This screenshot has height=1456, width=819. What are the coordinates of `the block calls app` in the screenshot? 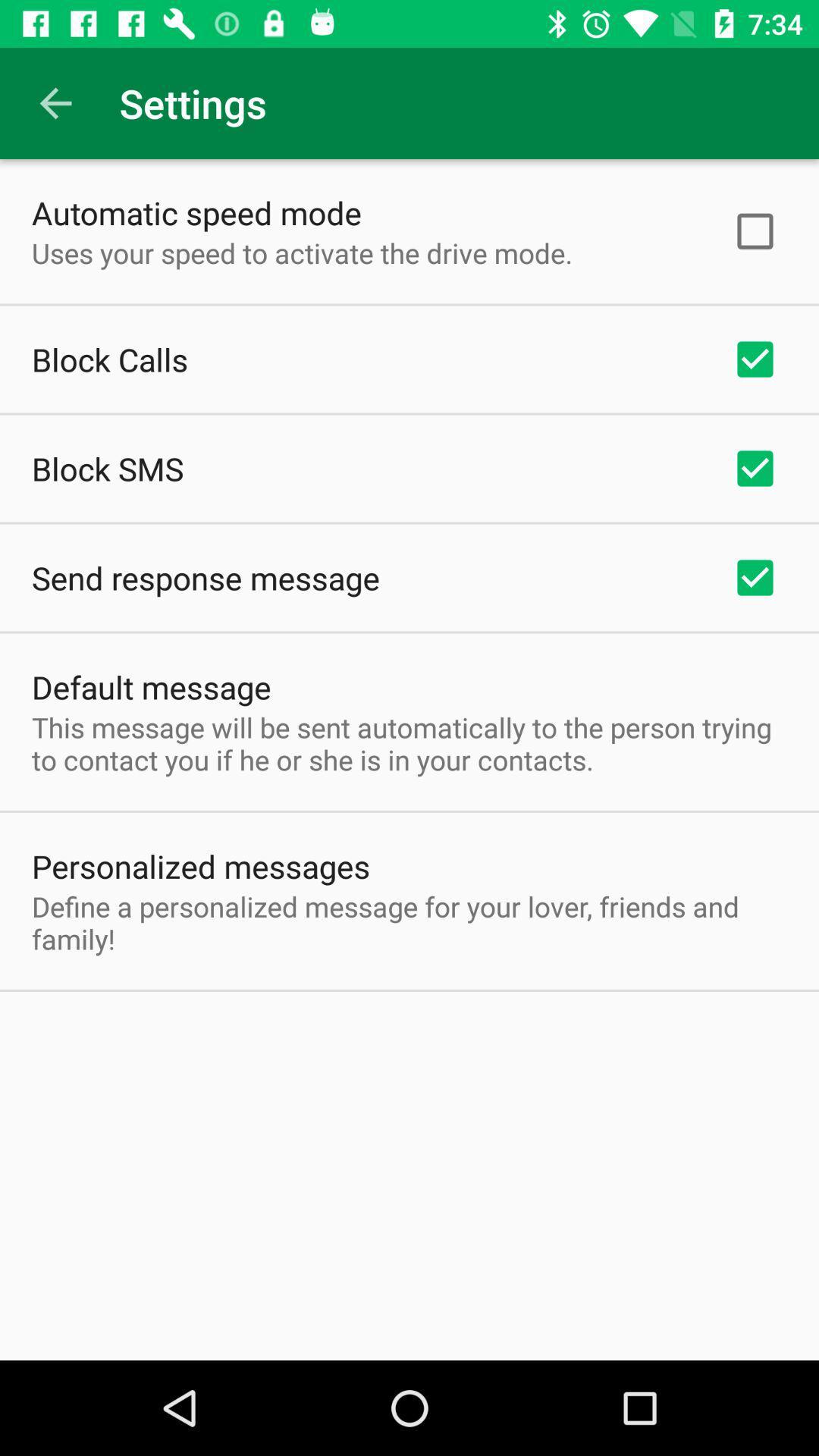 It's located at (109, 359).